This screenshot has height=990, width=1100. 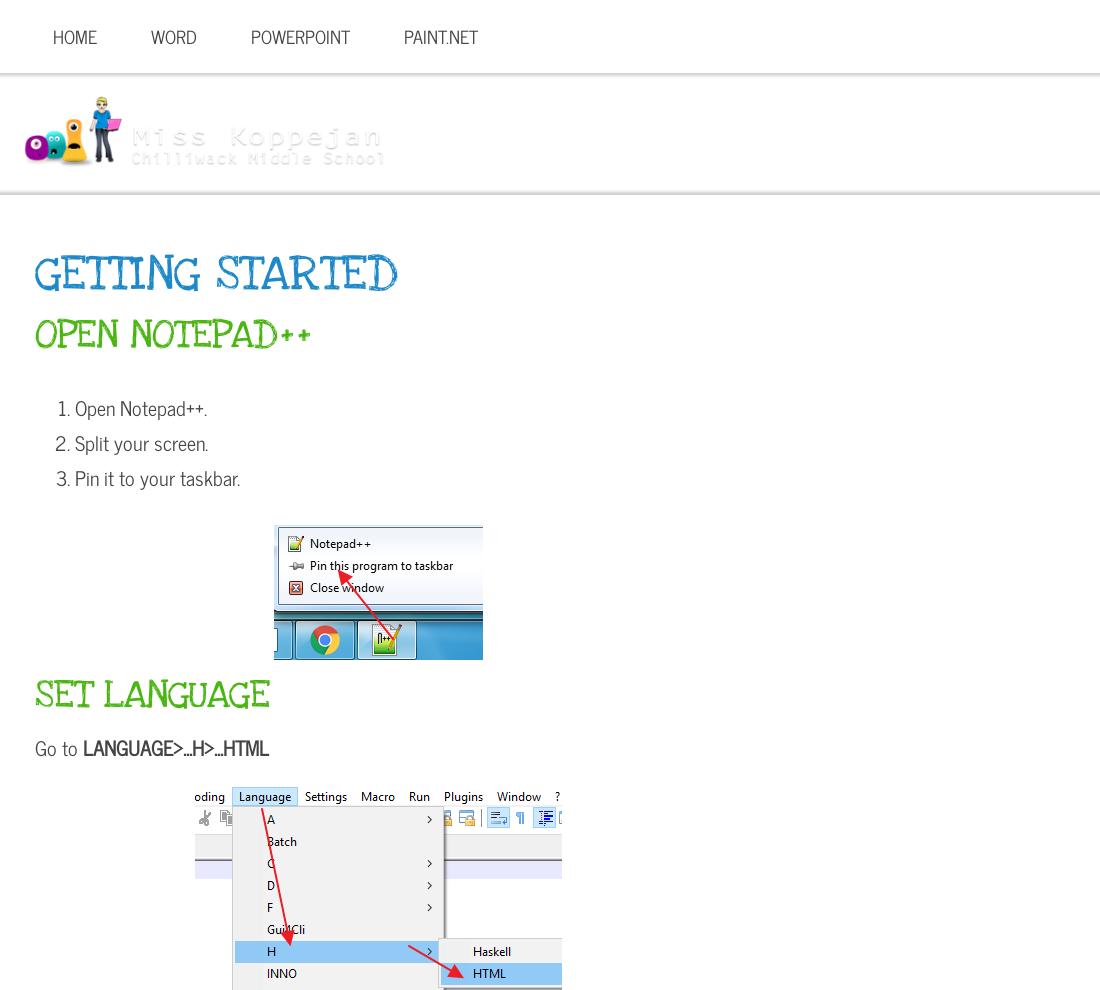 What do you see at coordinates (172, 334) in the screenshot?
I see `'Open Notepad++'` at bounding box center [172, 334].